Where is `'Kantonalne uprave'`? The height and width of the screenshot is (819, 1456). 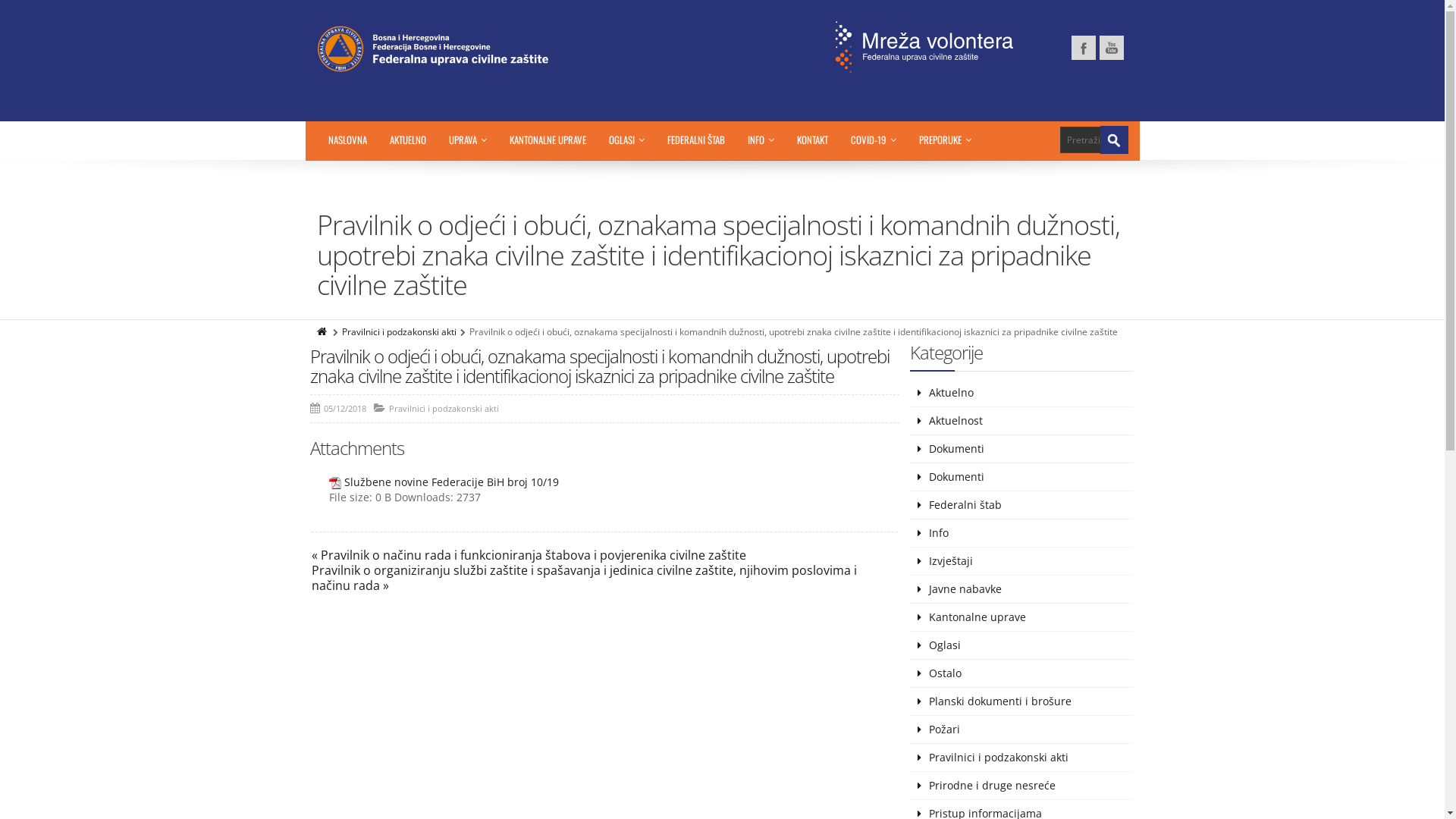
'Kantonalne uprave' is located at coordinates (1021, 617).